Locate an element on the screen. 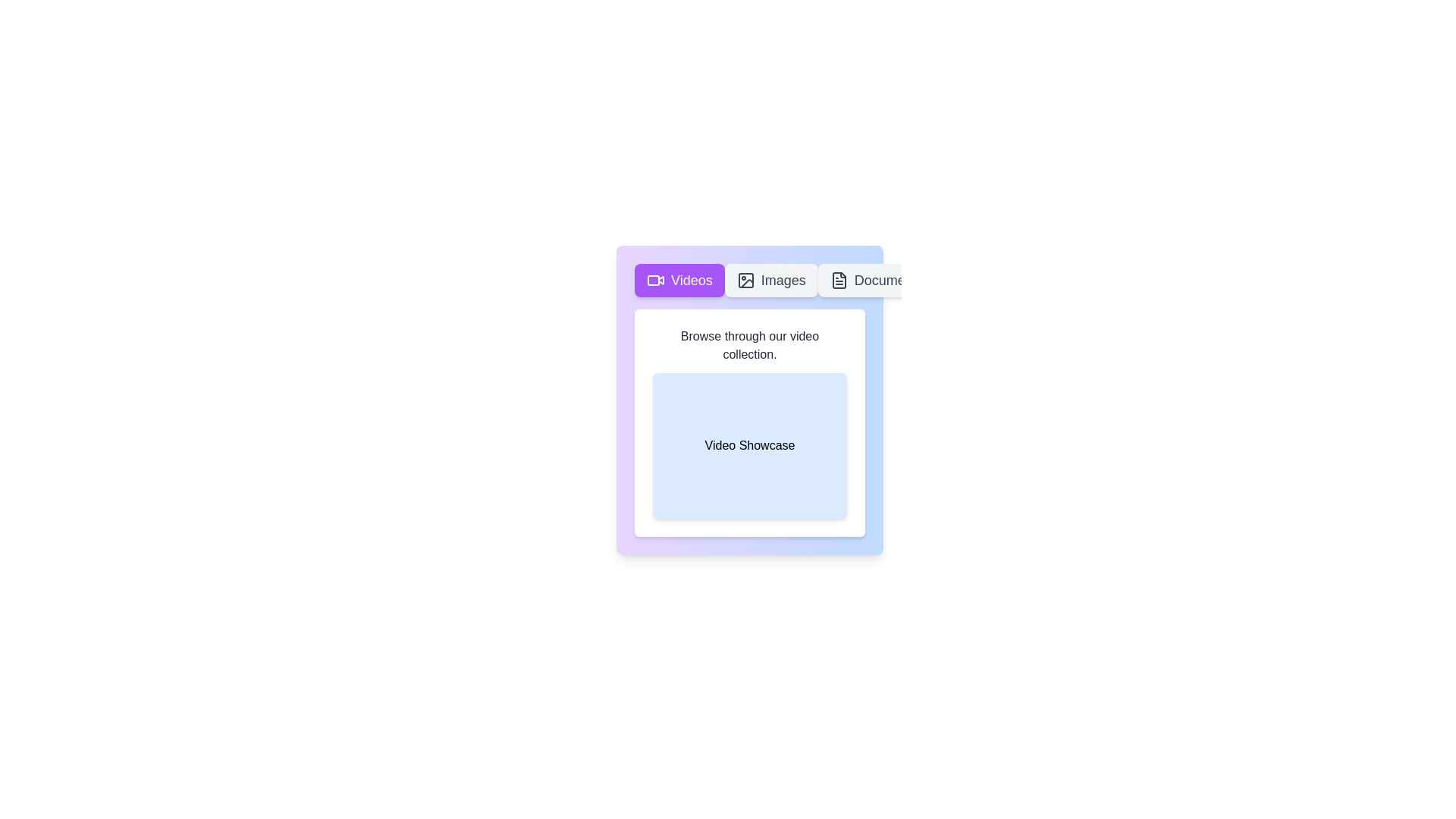 This screenshot has height=819, width=1456. the navigation button located between the 'Videos' and 'Documents' buttons is located at coordinates (771, 281).